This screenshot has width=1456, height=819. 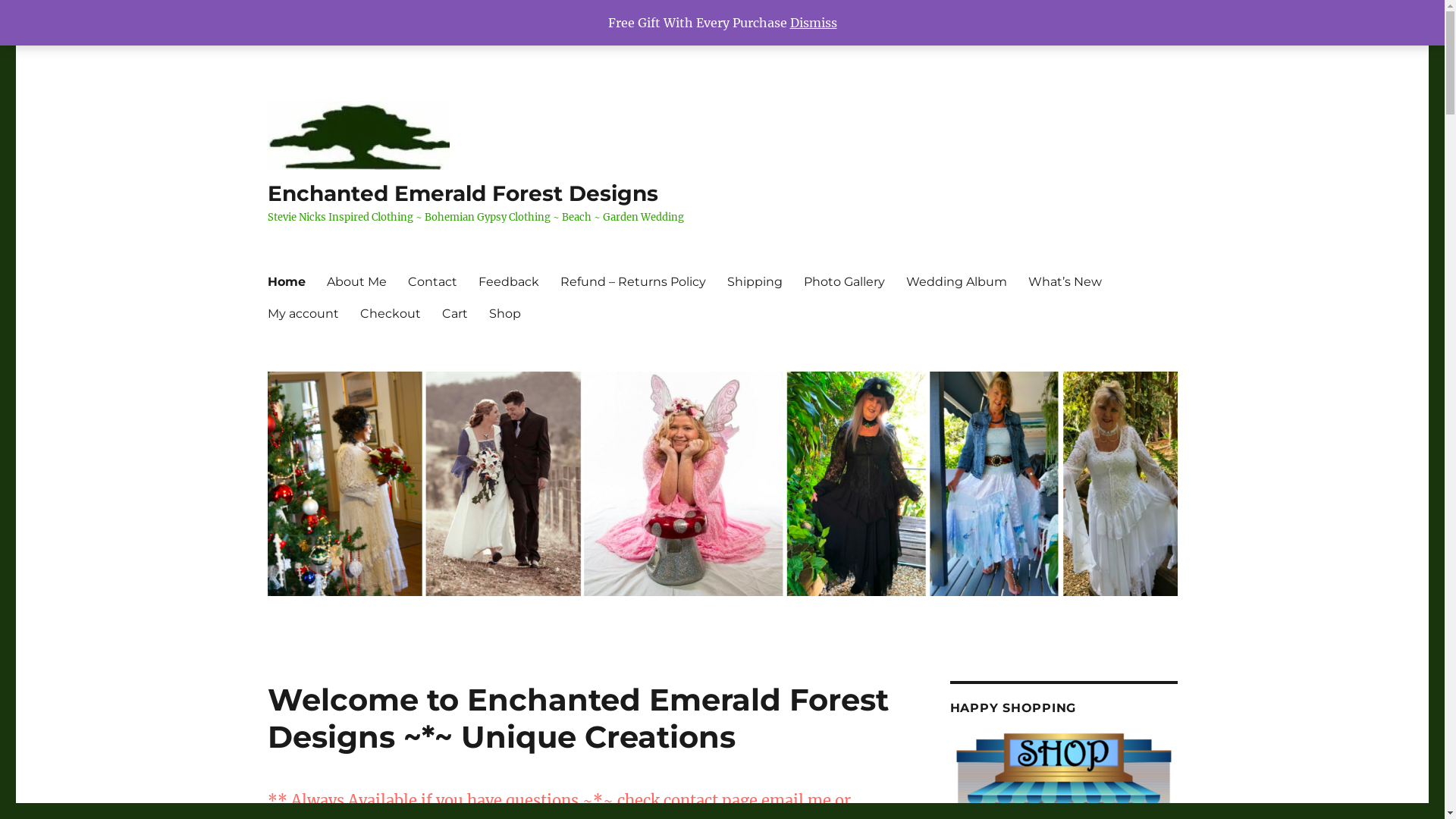 What do you see at coordinates (843, 281) in the screenshot?
I see `'Photo Gallery'` at bounding box center [843, 281].